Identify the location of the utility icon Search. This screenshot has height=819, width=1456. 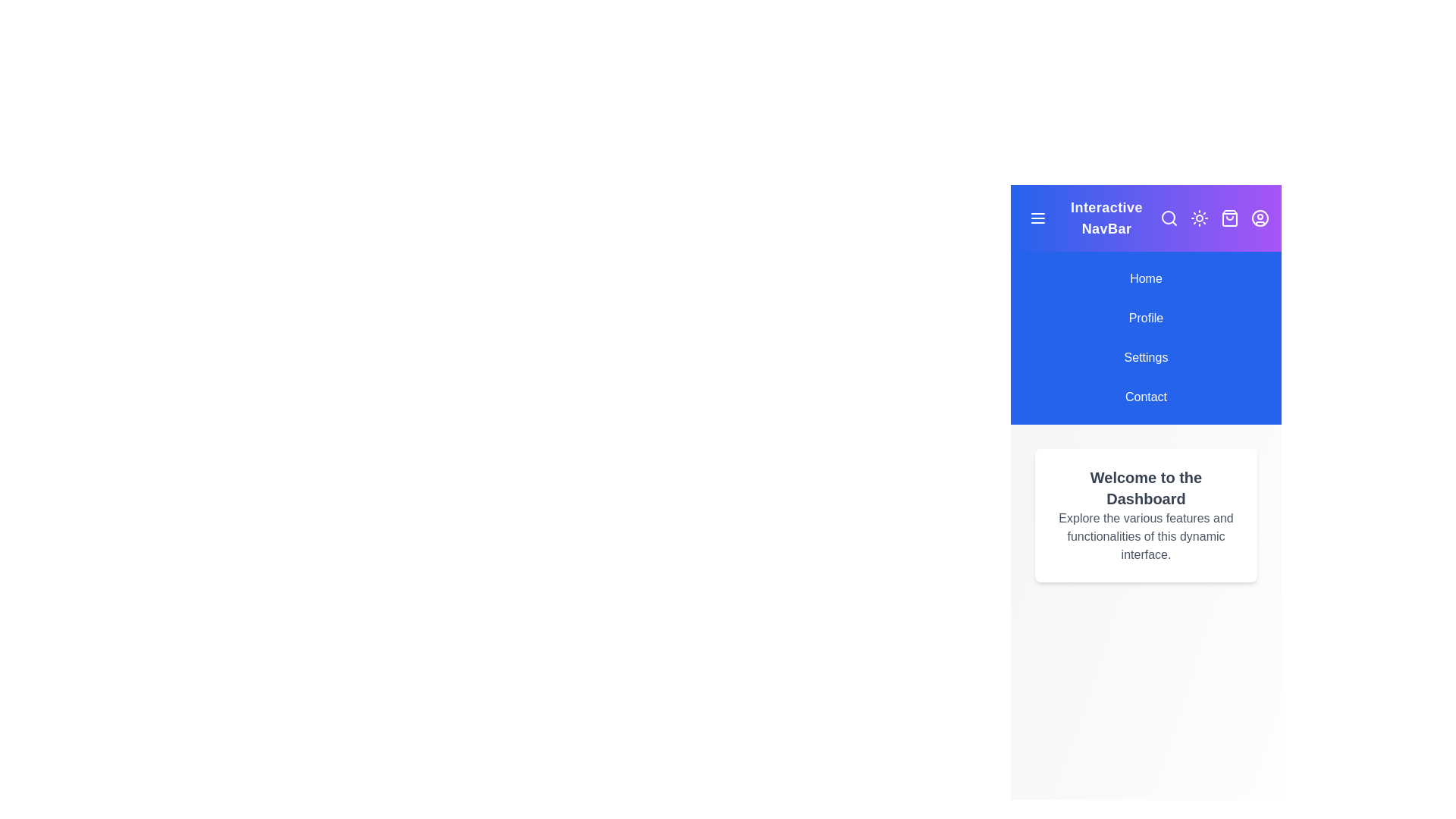
(1168, 218).